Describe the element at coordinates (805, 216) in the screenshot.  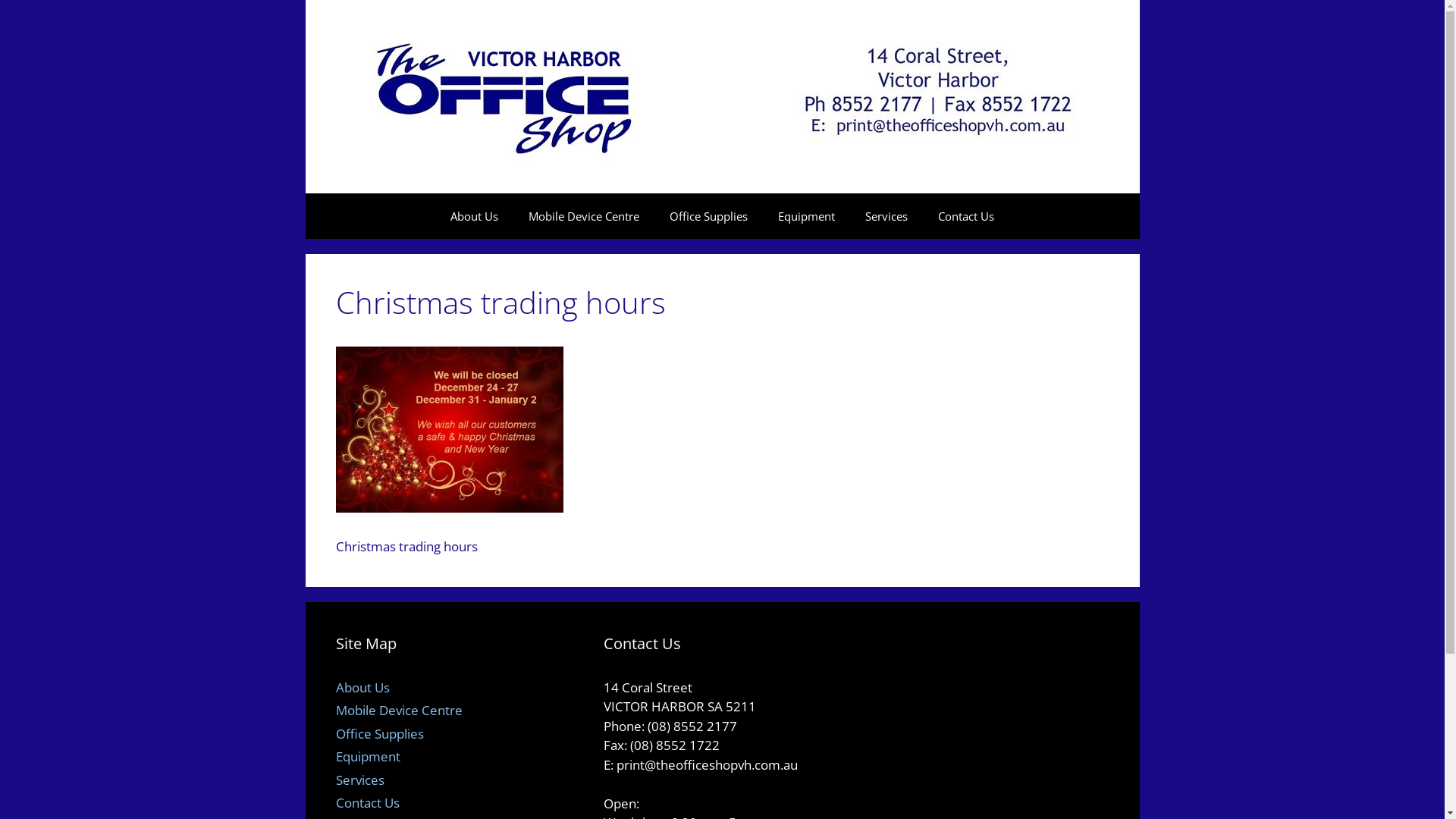
I see `'Equipment'` at that location.